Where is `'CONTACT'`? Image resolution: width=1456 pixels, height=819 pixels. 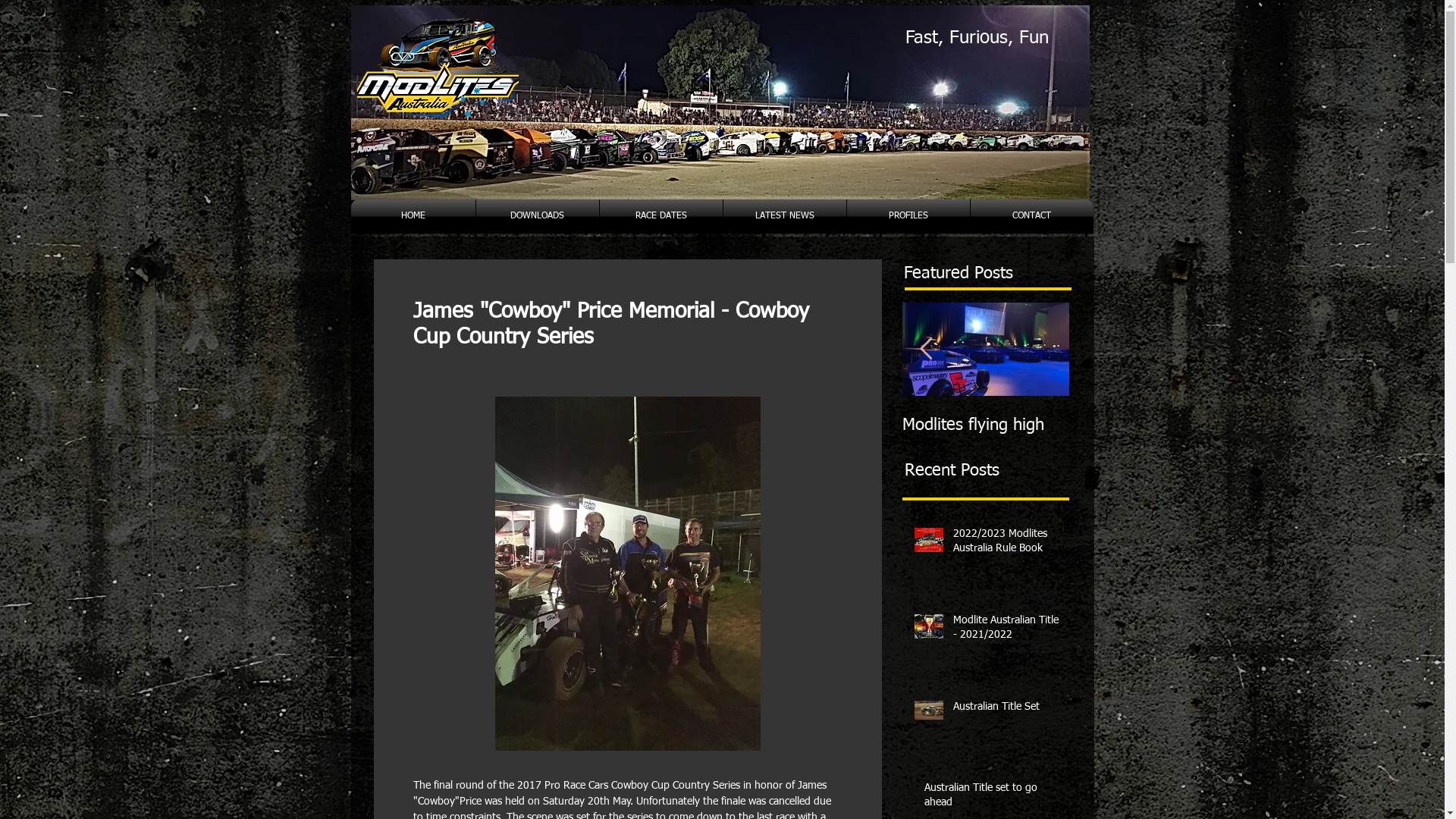
'CONTACT' is located at coordinates (1031, 216).